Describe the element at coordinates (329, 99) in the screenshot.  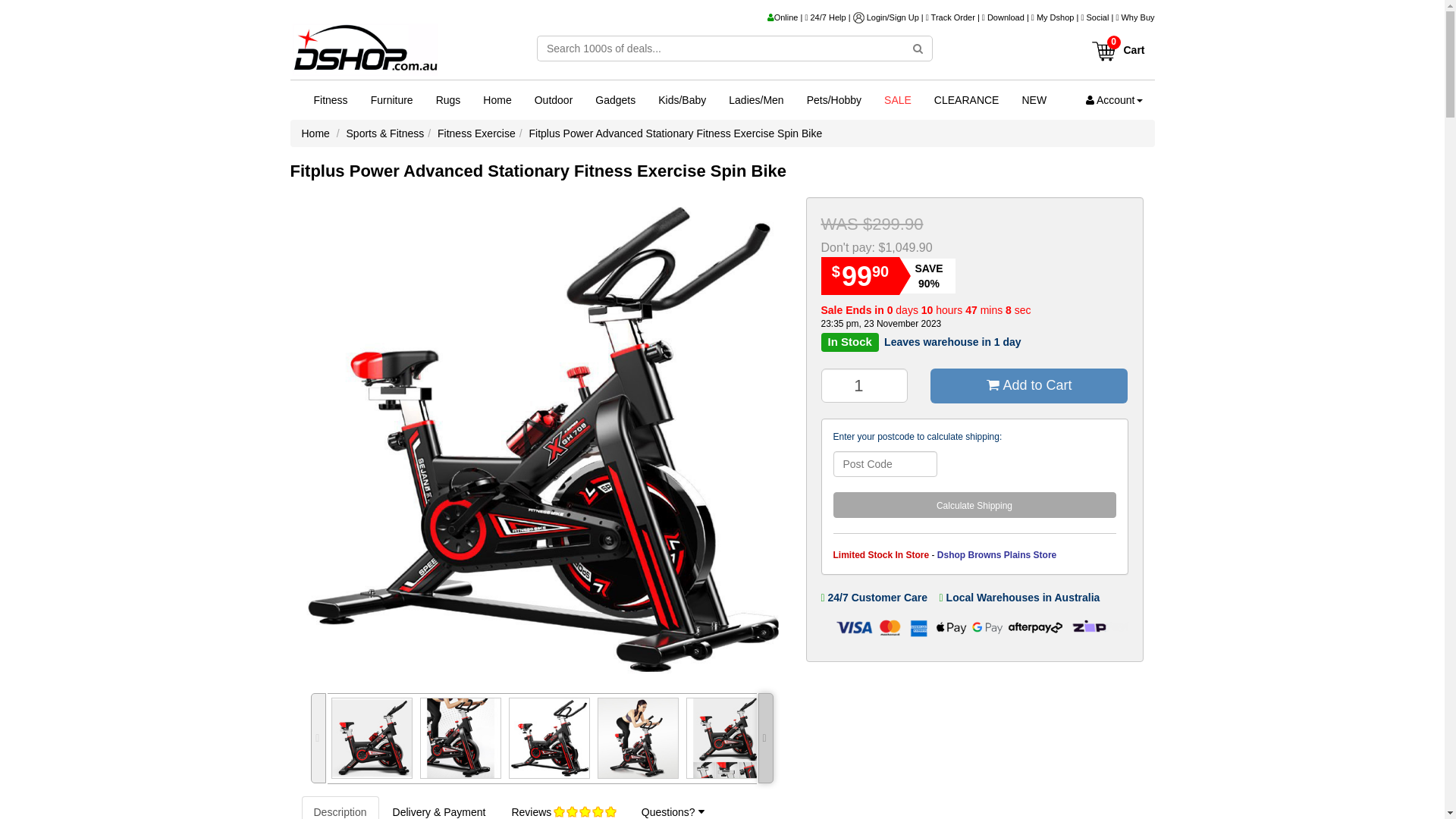
I see `'Fitness'` at that location.